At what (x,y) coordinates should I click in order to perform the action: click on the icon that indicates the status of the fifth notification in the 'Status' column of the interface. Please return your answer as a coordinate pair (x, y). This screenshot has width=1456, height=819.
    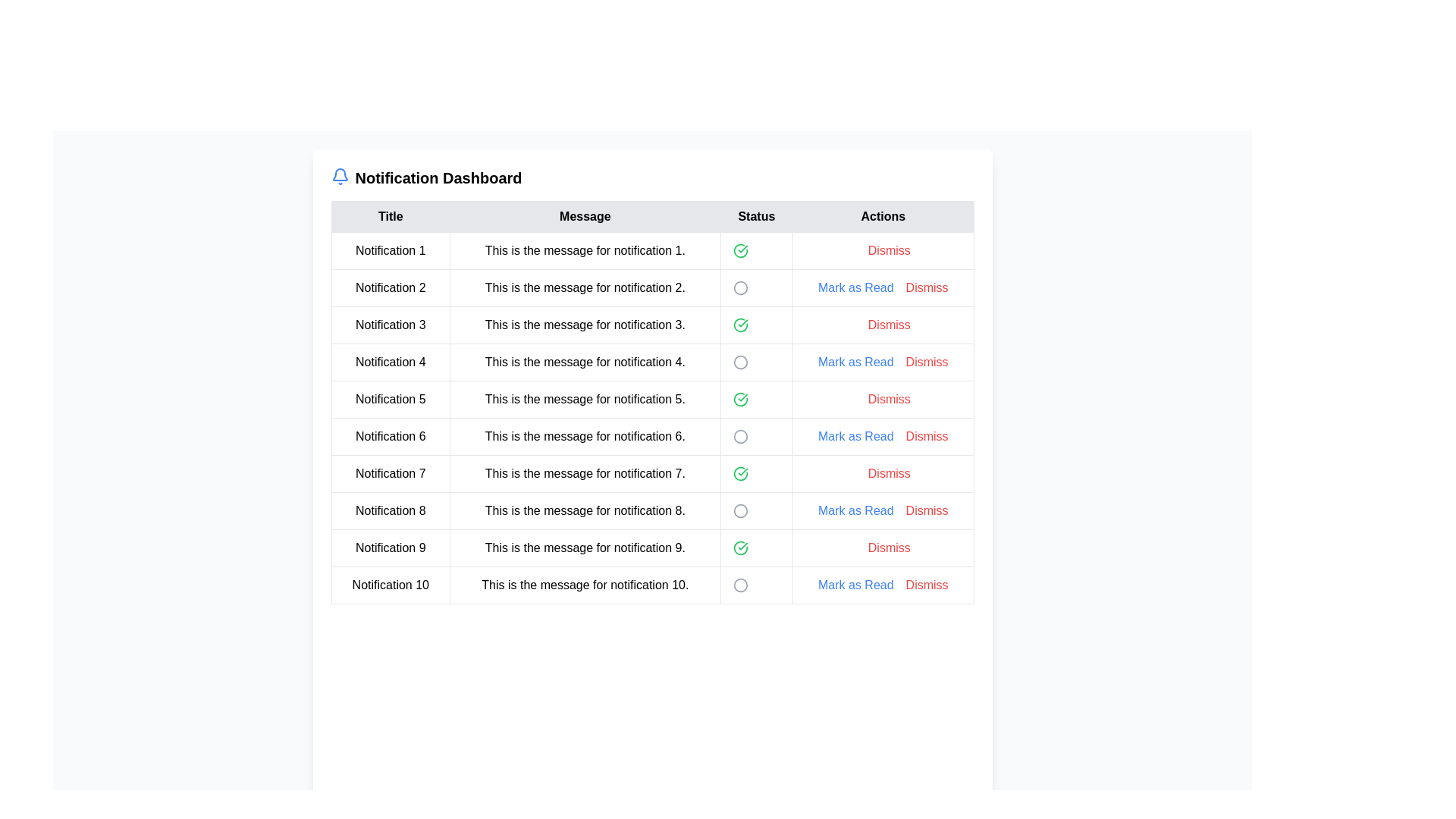
    Looking at the image, I should click on (740, 399).